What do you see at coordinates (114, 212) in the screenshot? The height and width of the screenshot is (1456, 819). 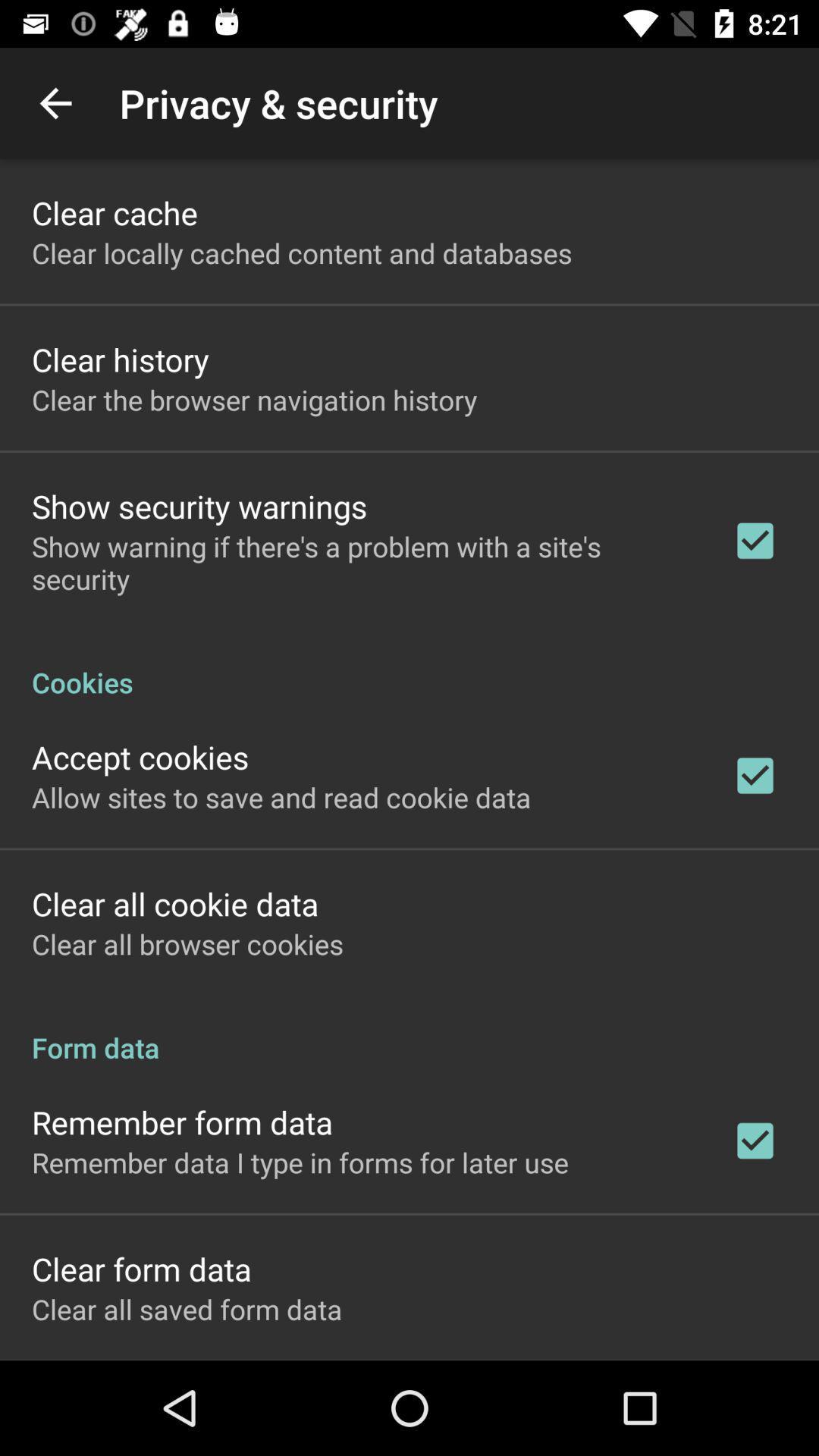 I see `clear cache app` at bounding box center [114, 212].